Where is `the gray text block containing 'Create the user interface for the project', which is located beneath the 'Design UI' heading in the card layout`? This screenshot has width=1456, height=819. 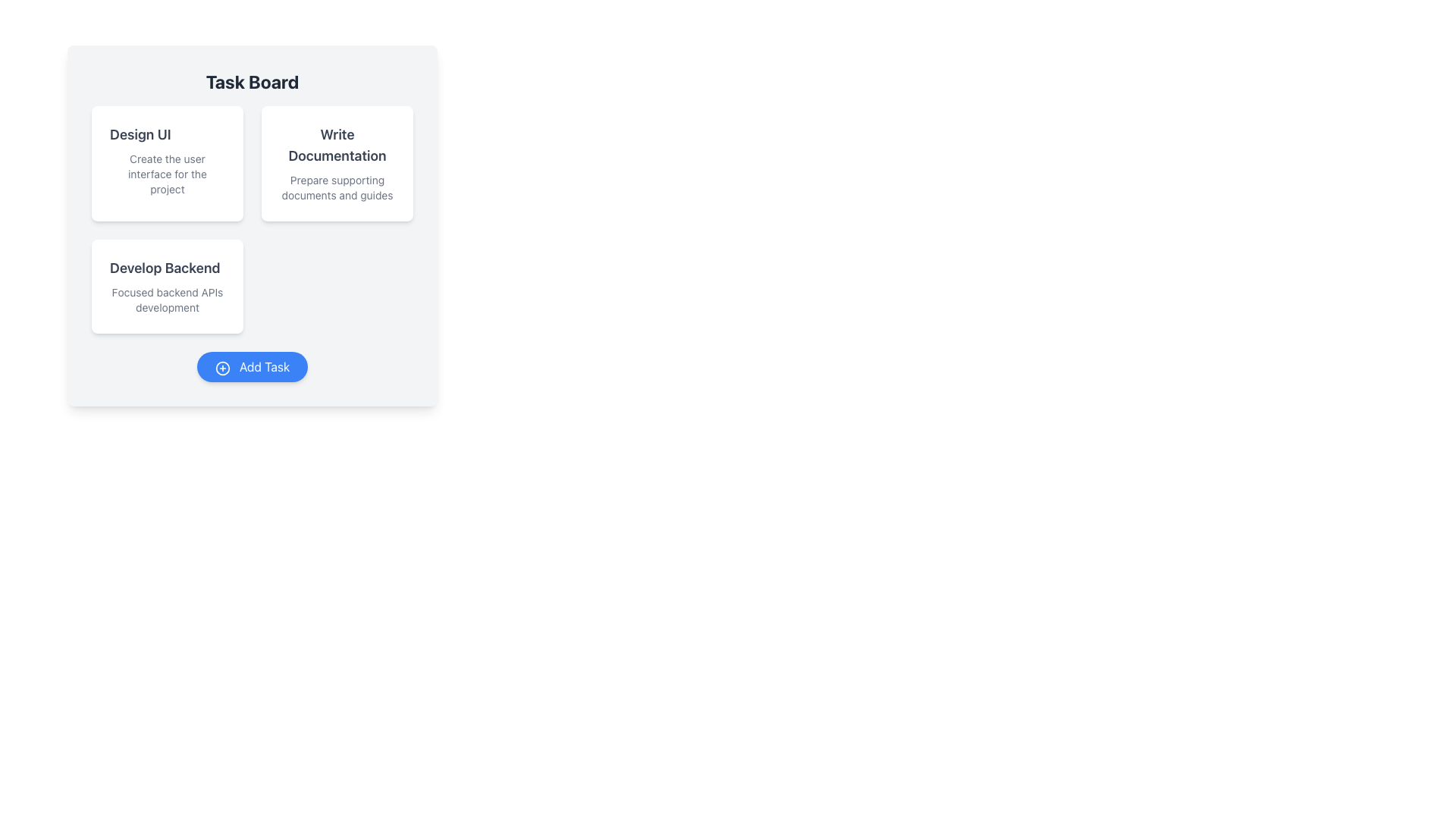
the gray text block containing 'Create the user interface for the project', which is located beneath the 'Design UI' heading in the card layout is located at coordinates (167, 174).